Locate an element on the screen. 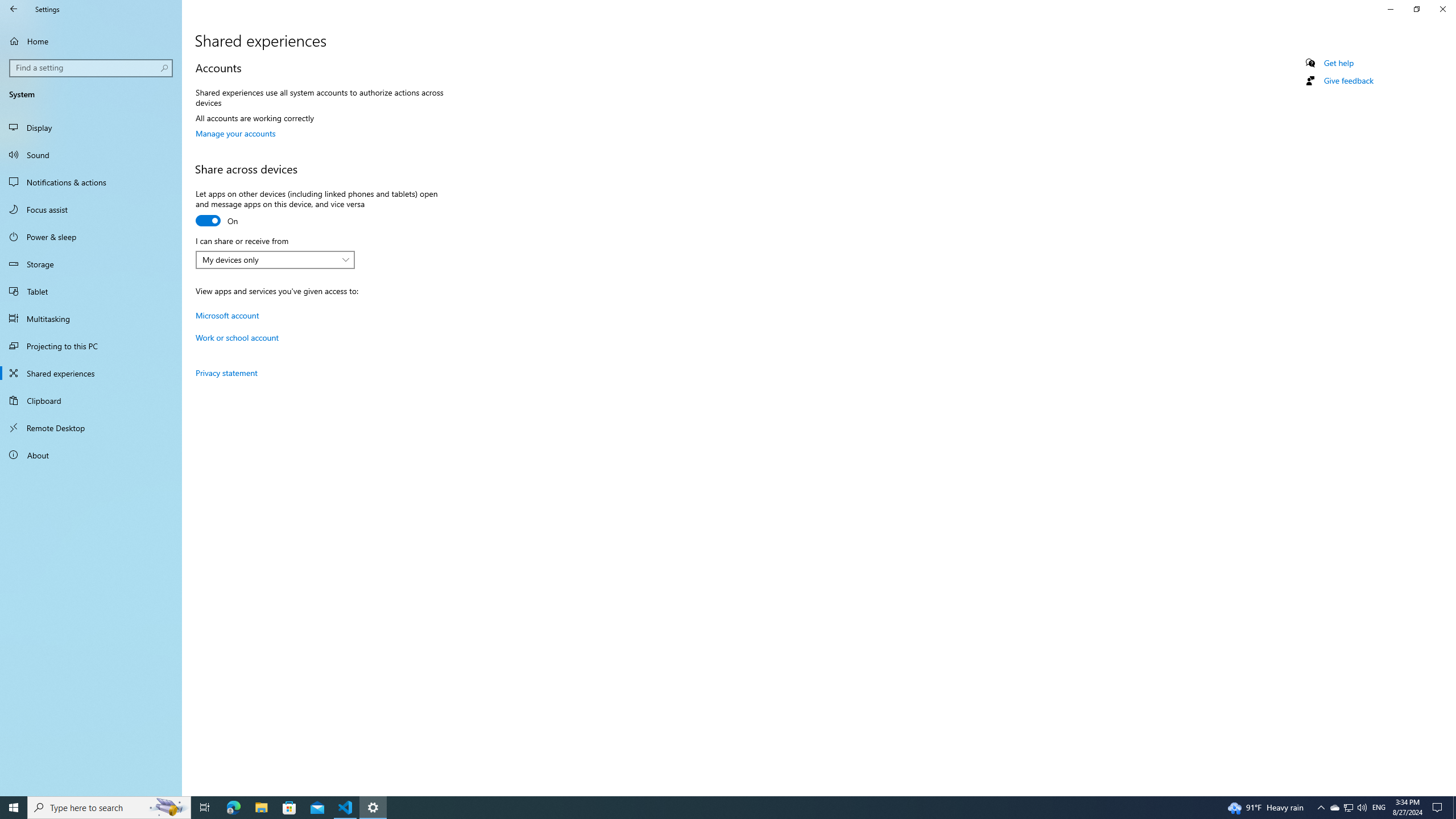  'Type here to search' is located at coordinates (109, 806).